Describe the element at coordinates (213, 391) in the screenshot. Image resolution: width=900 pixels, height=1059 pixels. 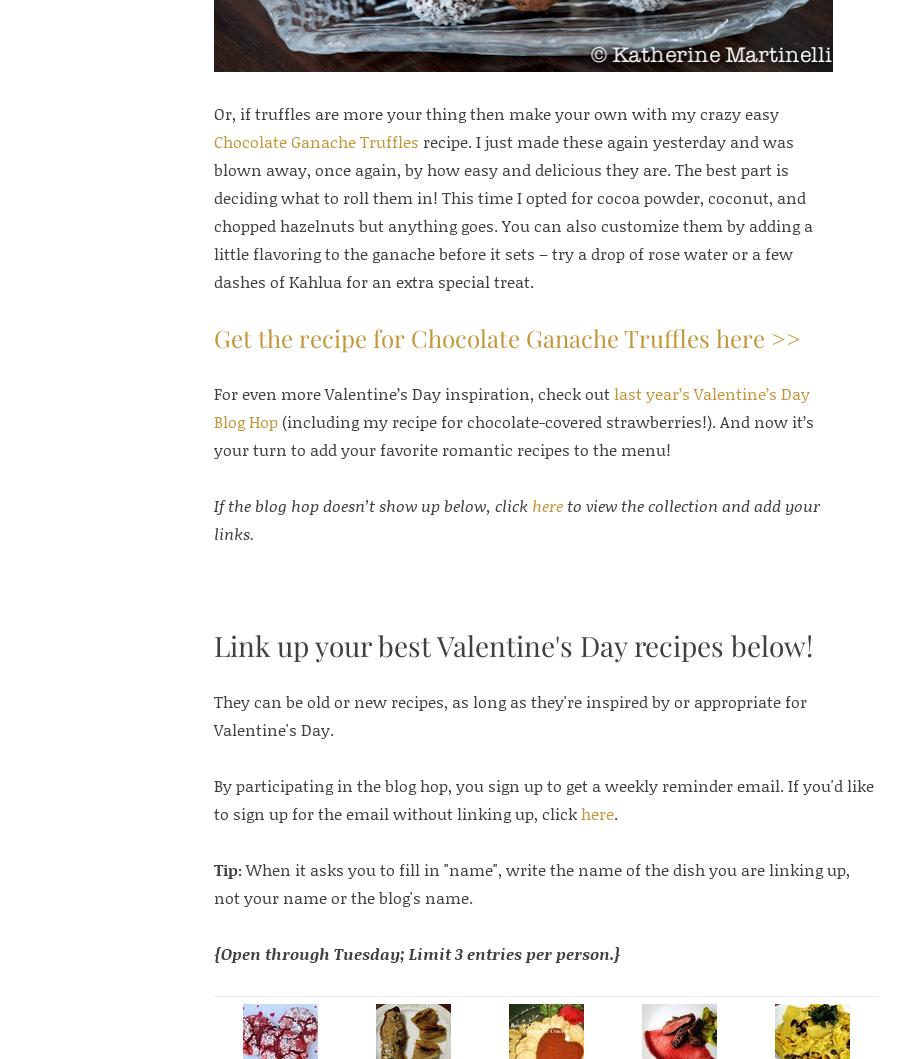
I see `'For even more Valentine’s Day inspiration, check out'` at that location.